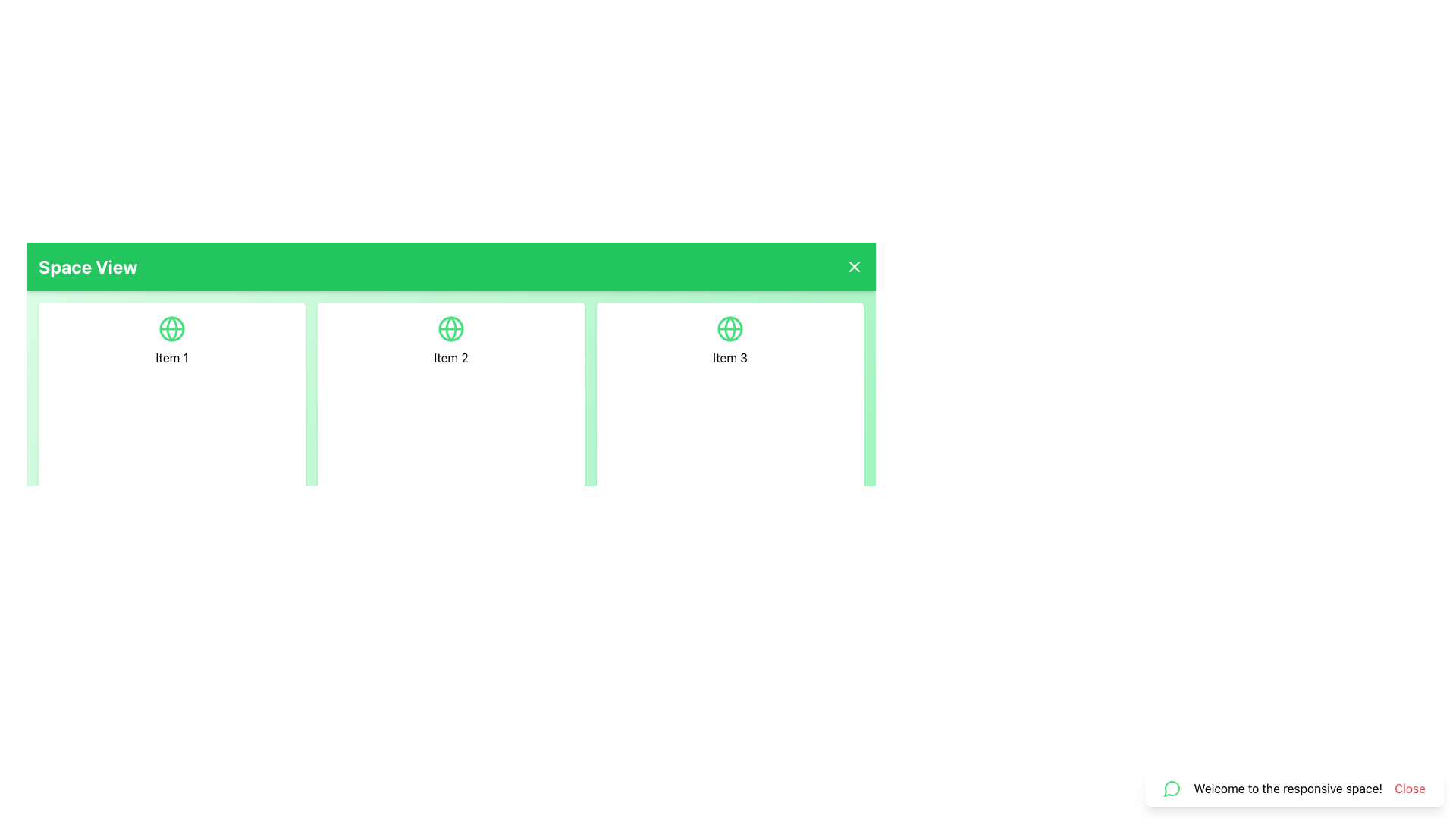 The image size is (1456, 819). Describe the element at coordinates (855, 265) in the screenshot. I see `the close button located at the far right edge of the green header bar` at that location.